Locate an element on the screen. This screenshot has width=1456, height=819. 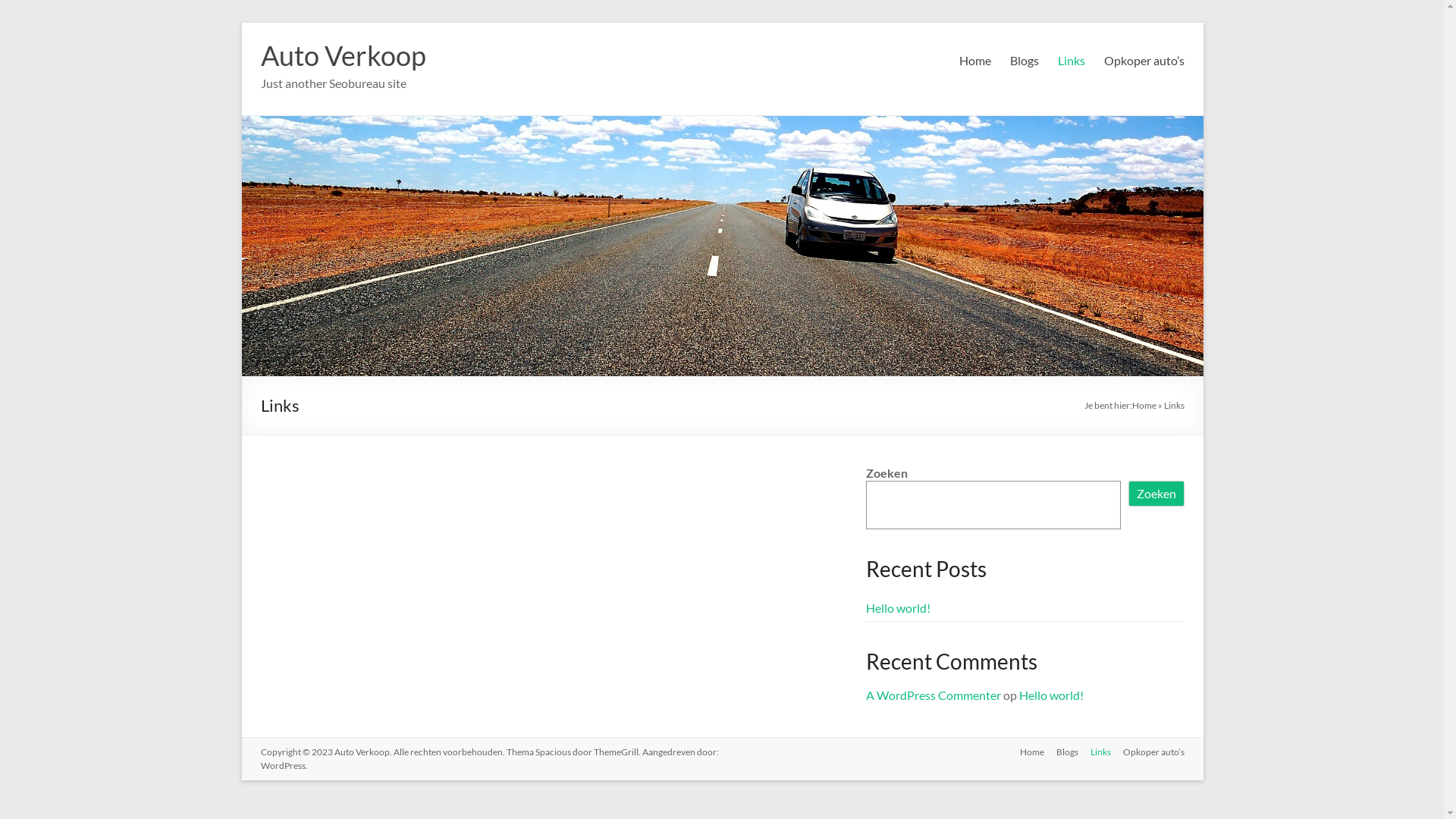
'Auto Verkoop' is located at coordinates (342, 55).